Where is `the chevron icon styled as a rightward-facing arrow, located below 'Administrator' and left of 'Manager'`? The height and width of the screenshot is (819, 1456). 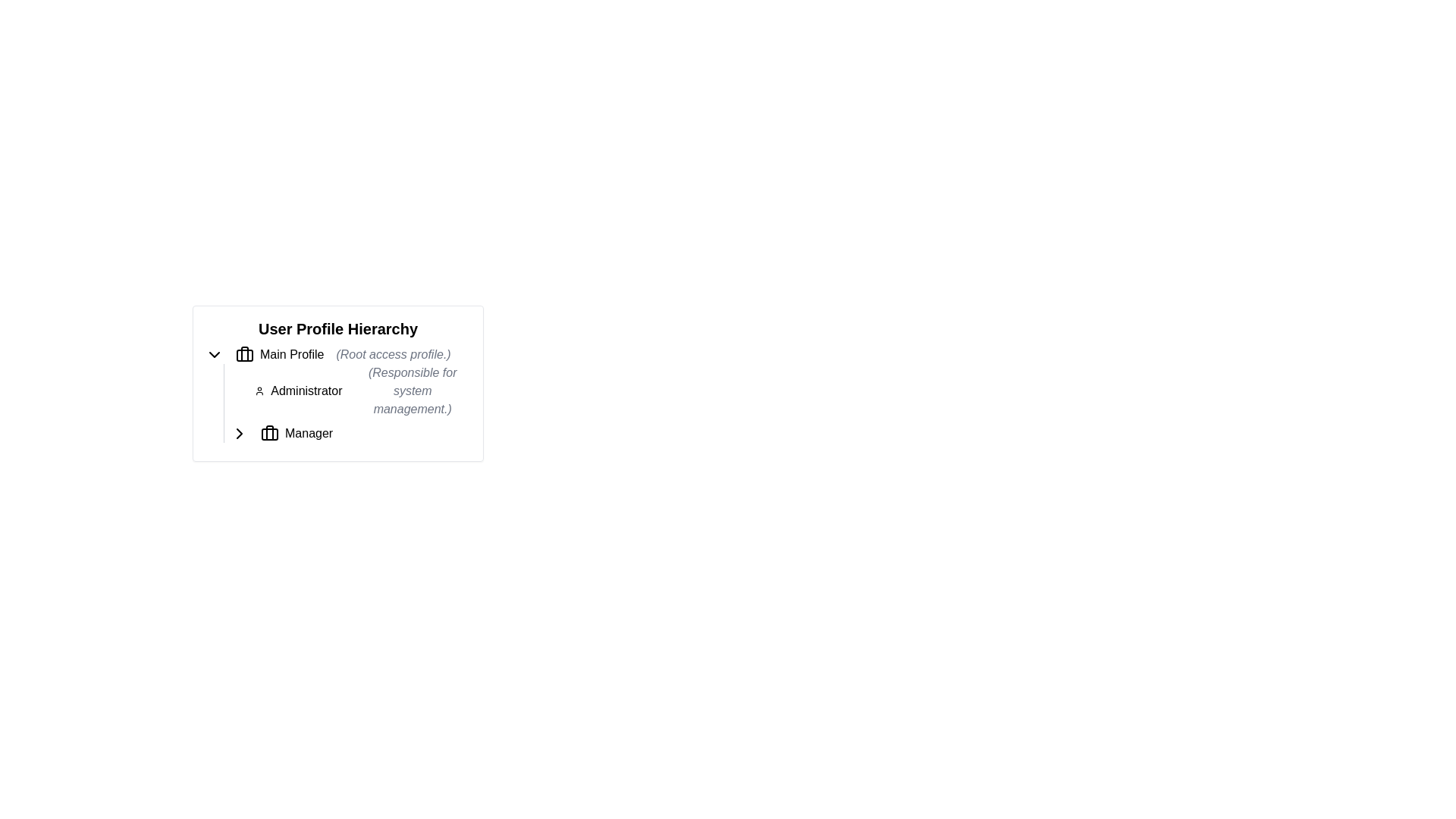
the chevron icon styled as a rightward-facing arrow, located below 'Administrator' and left of 'Manager' is located at coordinates (239, 433).